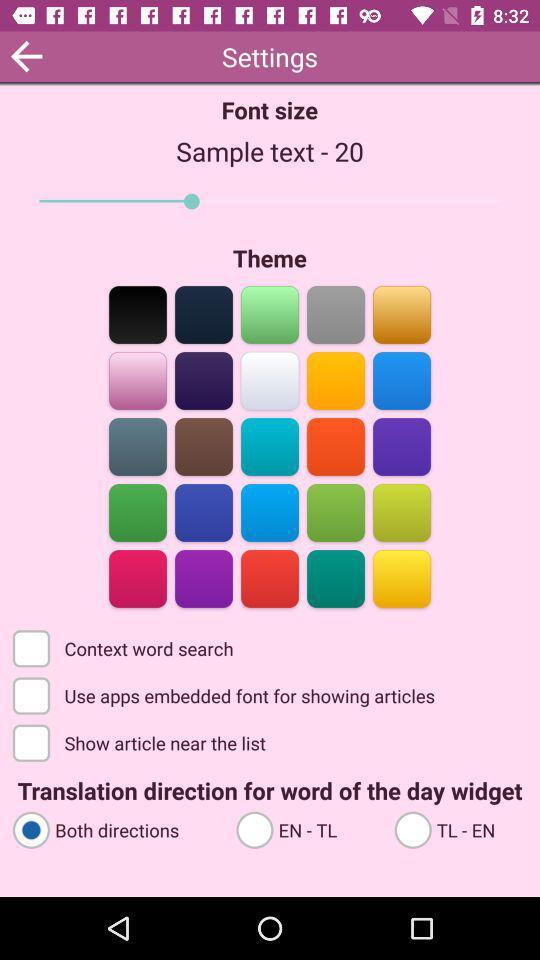 The width and height of the screenshot is (540, 960). I want to click on the color bar, so click(401, 313).